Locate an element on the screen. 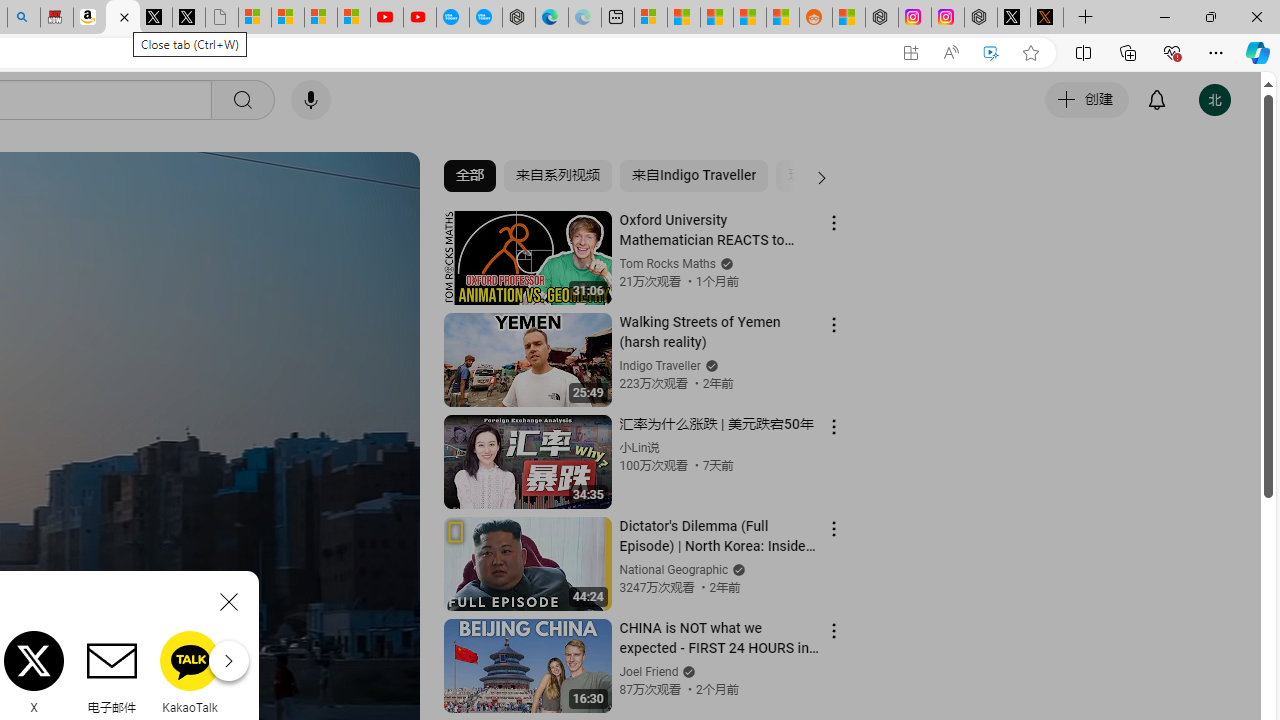 The width and height of the screenshot is (1280, 720). 'App available. Install YouTube' is located at coordinates (909, 52).